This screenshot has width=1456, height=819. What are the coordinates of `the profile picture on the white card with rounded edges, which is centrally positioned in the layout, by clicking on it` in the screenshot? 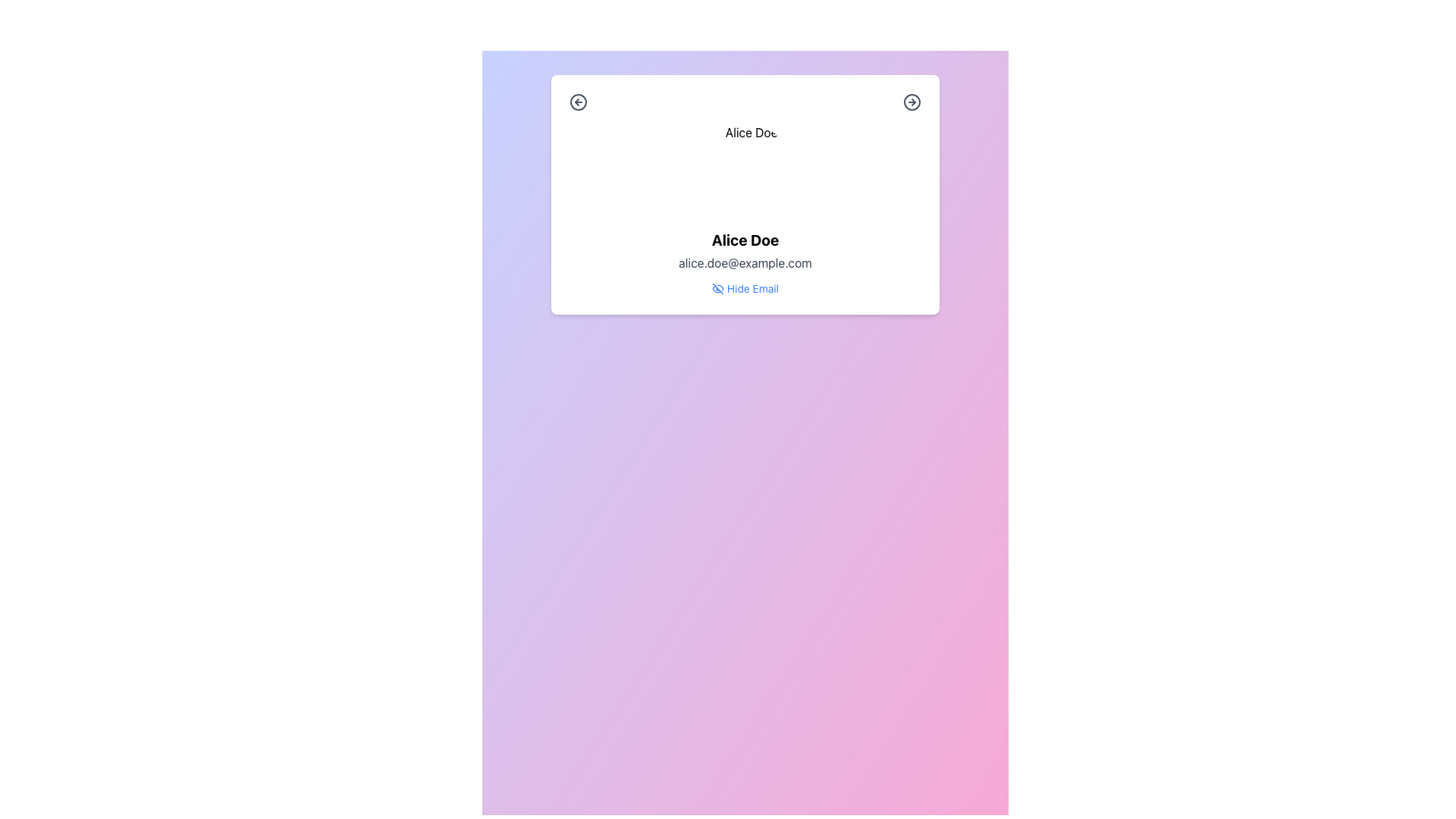 It's located at (745, 194).